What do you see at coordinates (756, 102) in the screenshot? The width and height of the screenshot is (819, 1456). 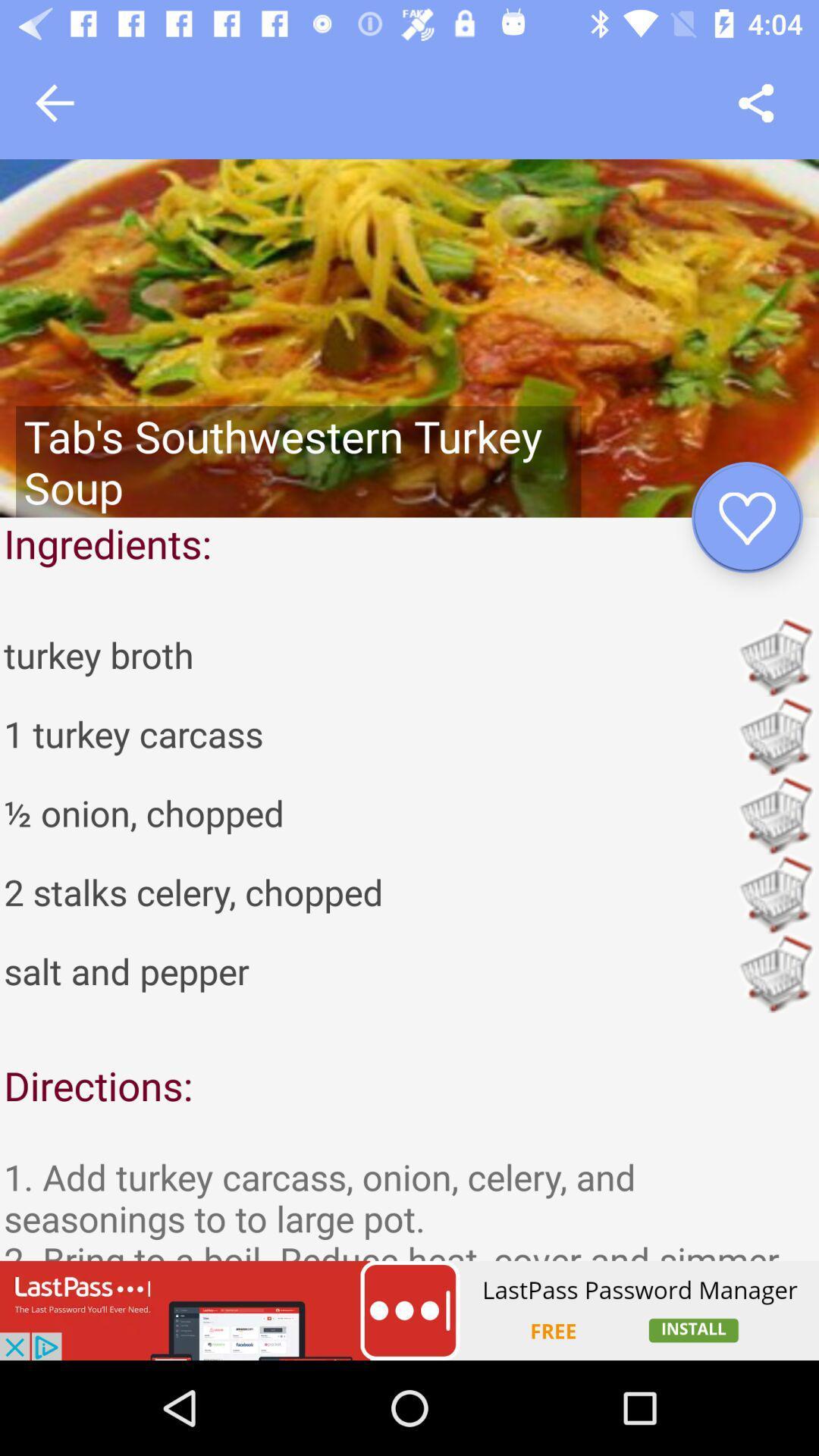 I see `i would love to try their food` at bounding box center [756, 102].